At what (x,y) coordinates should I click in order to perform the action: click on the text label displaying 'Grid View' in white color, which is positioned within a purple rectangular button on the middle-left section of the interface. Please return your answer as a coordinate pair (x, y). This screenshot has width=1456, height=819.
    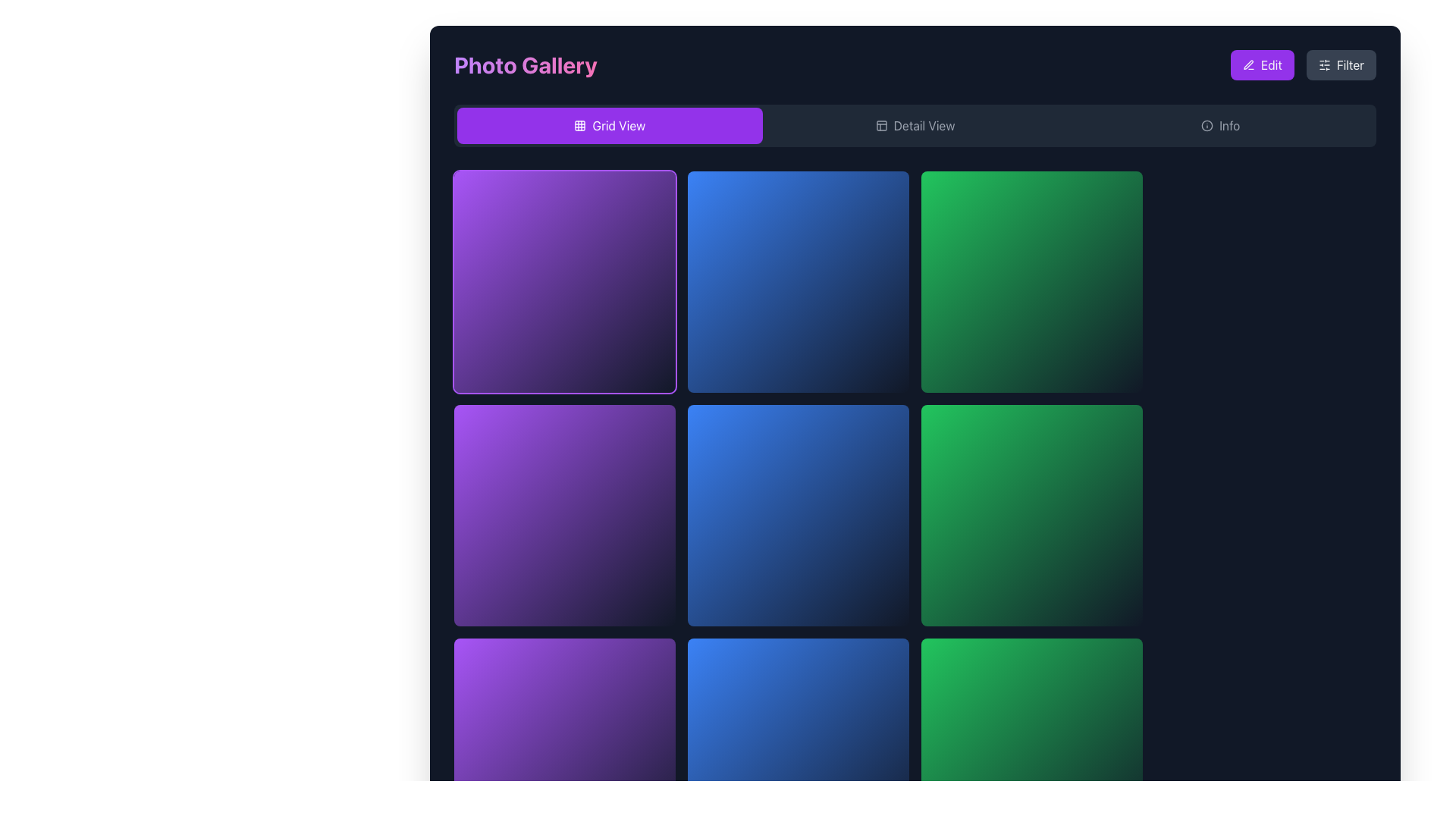
    Looking at the image, I should click on (619, 124).